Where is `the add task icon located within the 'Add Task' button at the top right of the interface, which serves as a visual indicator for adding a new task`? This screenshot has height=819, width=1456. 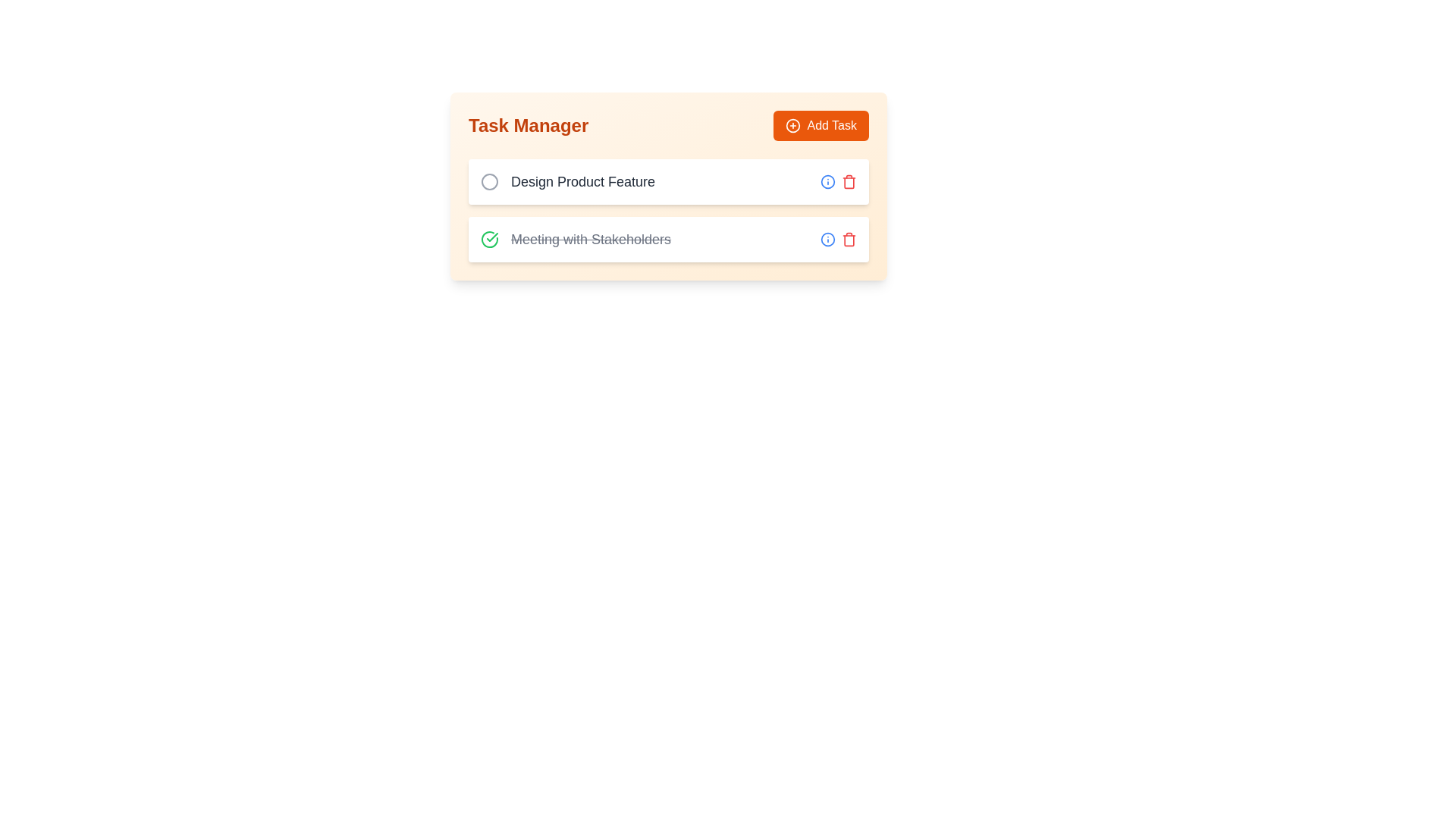 the add task icon located within the 'Add Task' button at the top right of the interface, which serves as a visual indicator for adding a new task is located at coordinates (792, 124).